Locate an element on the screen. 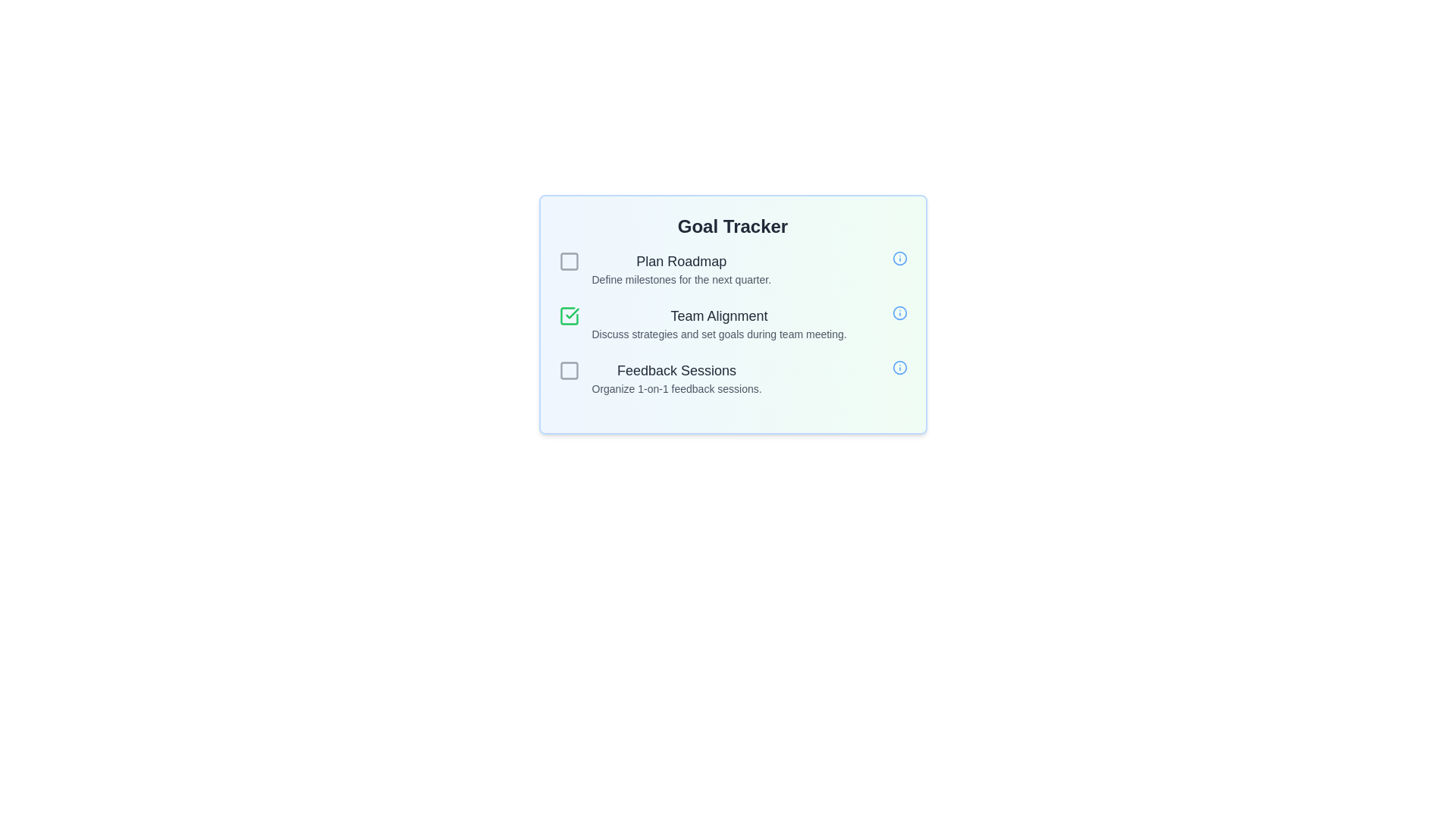 The height and width of the screenshot is (819, 1456). the checkbox element located to the left of the 'Feedback Sessions' text in the lower part of the vertically stacked list within a card layout is located at coordinates (568, 371).